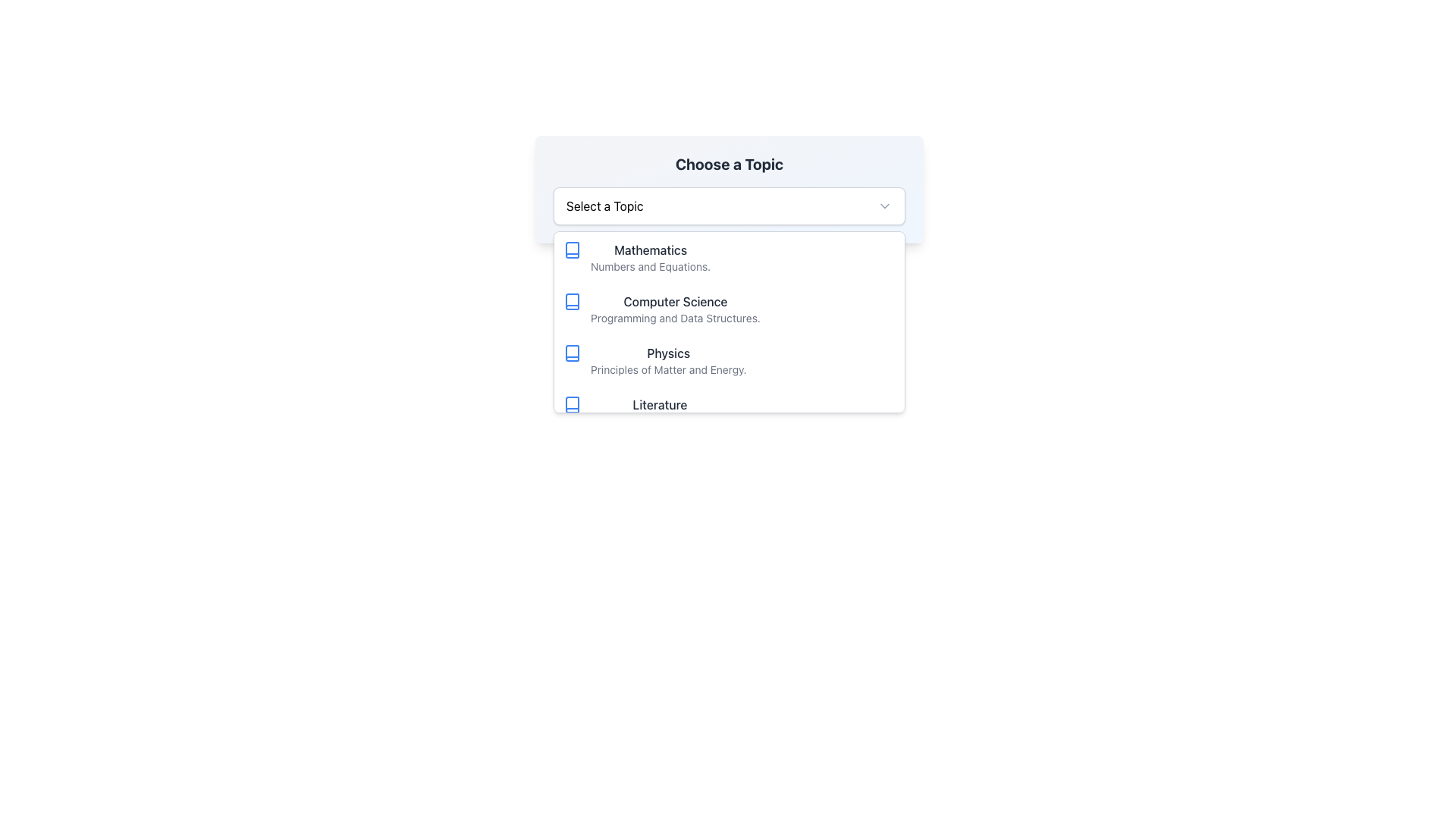 The height and width of the screenshot is (819, 1456). I want to click on the stylized book icon associated with the 'Mathematics' topic in the list of selectable topics, so click(571, 249).